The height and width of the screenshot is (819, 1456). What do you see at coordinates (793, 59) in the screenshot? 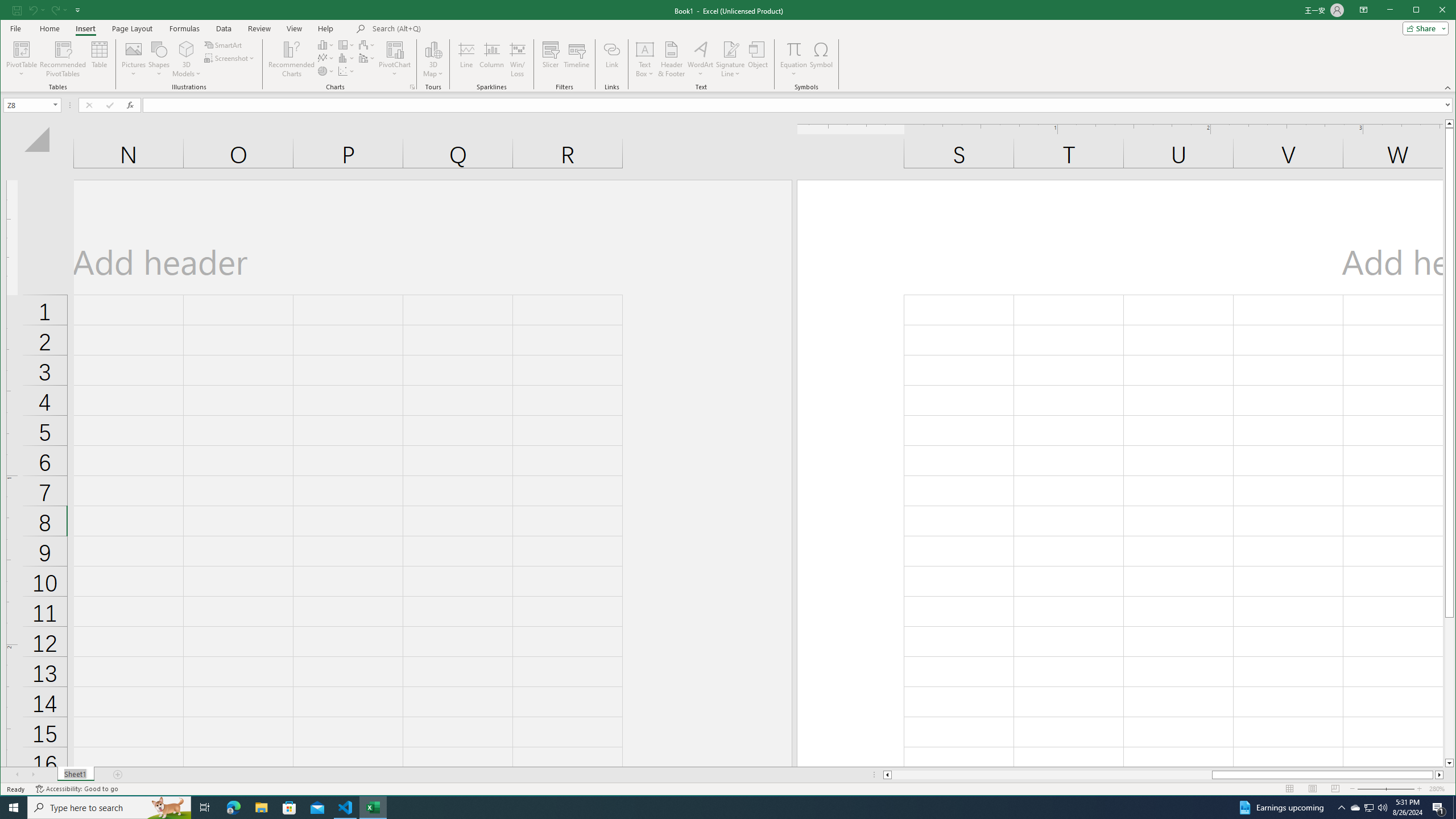
I see `'Equation'` at bounding box center [793, 59].